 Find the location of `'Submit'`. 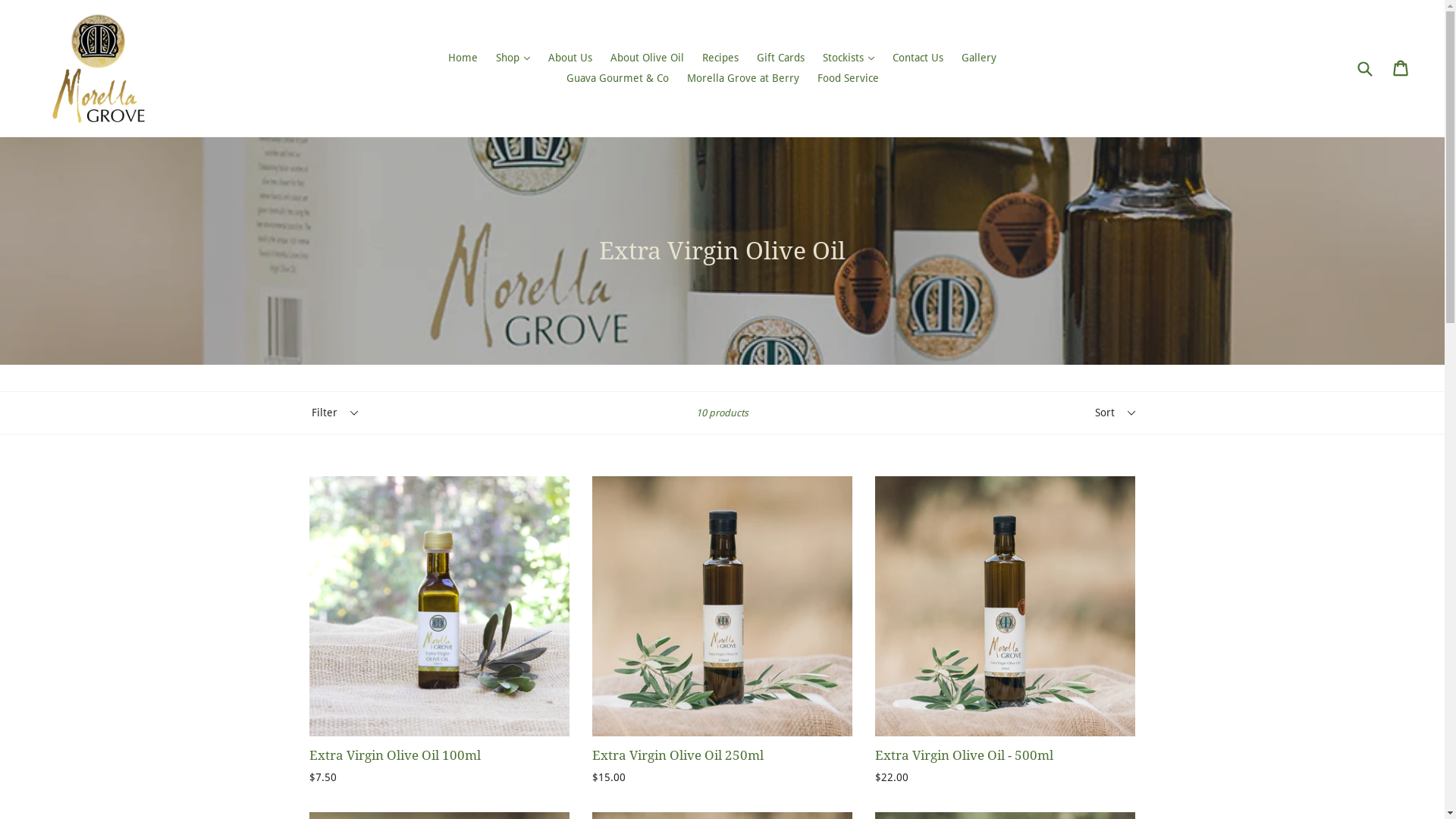

'Submit' is located at coordinates (1364, 68).